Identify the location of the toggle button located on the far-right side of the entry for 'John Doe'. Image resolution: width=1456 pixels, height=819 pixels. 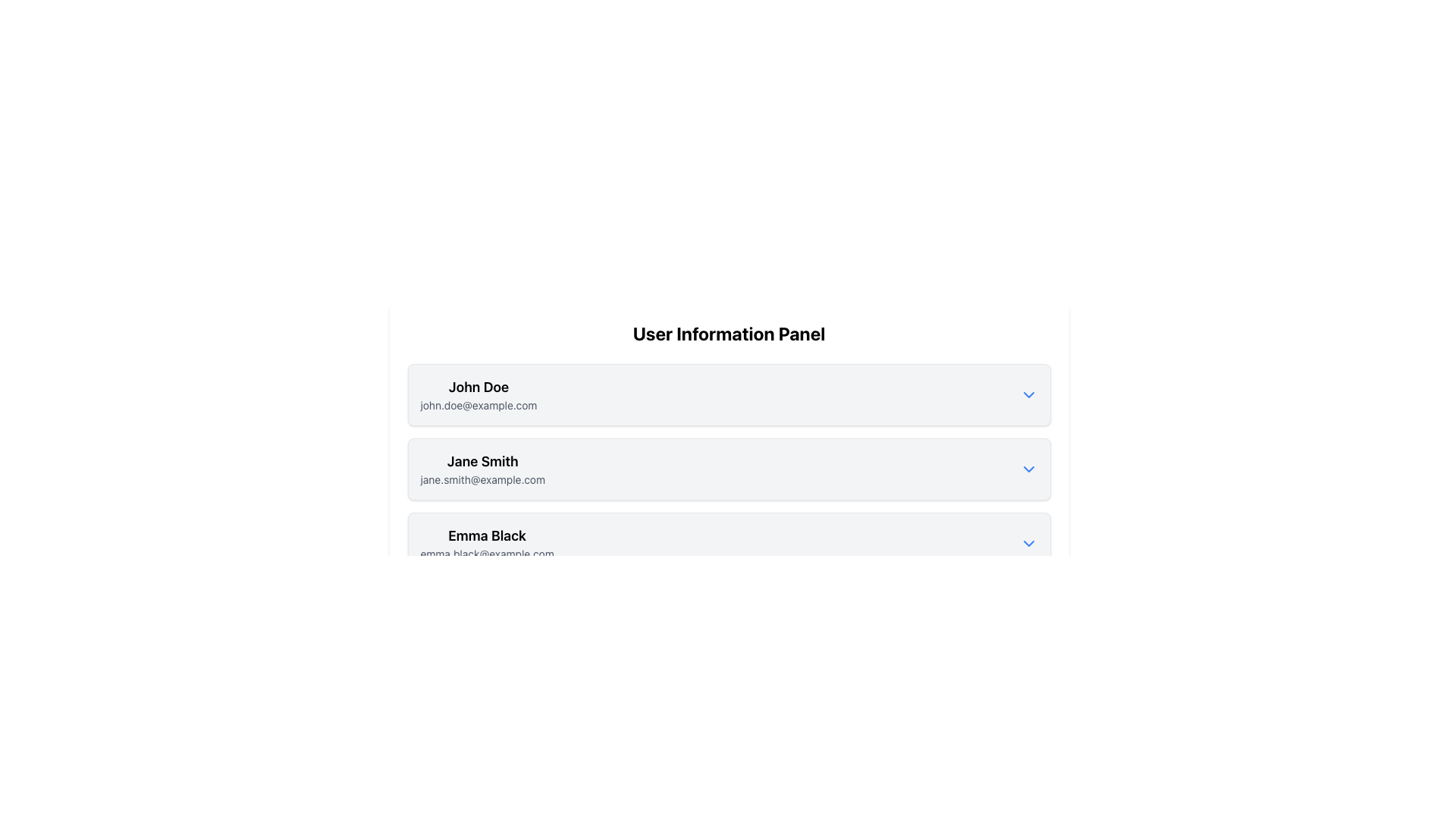
(1028, 394).